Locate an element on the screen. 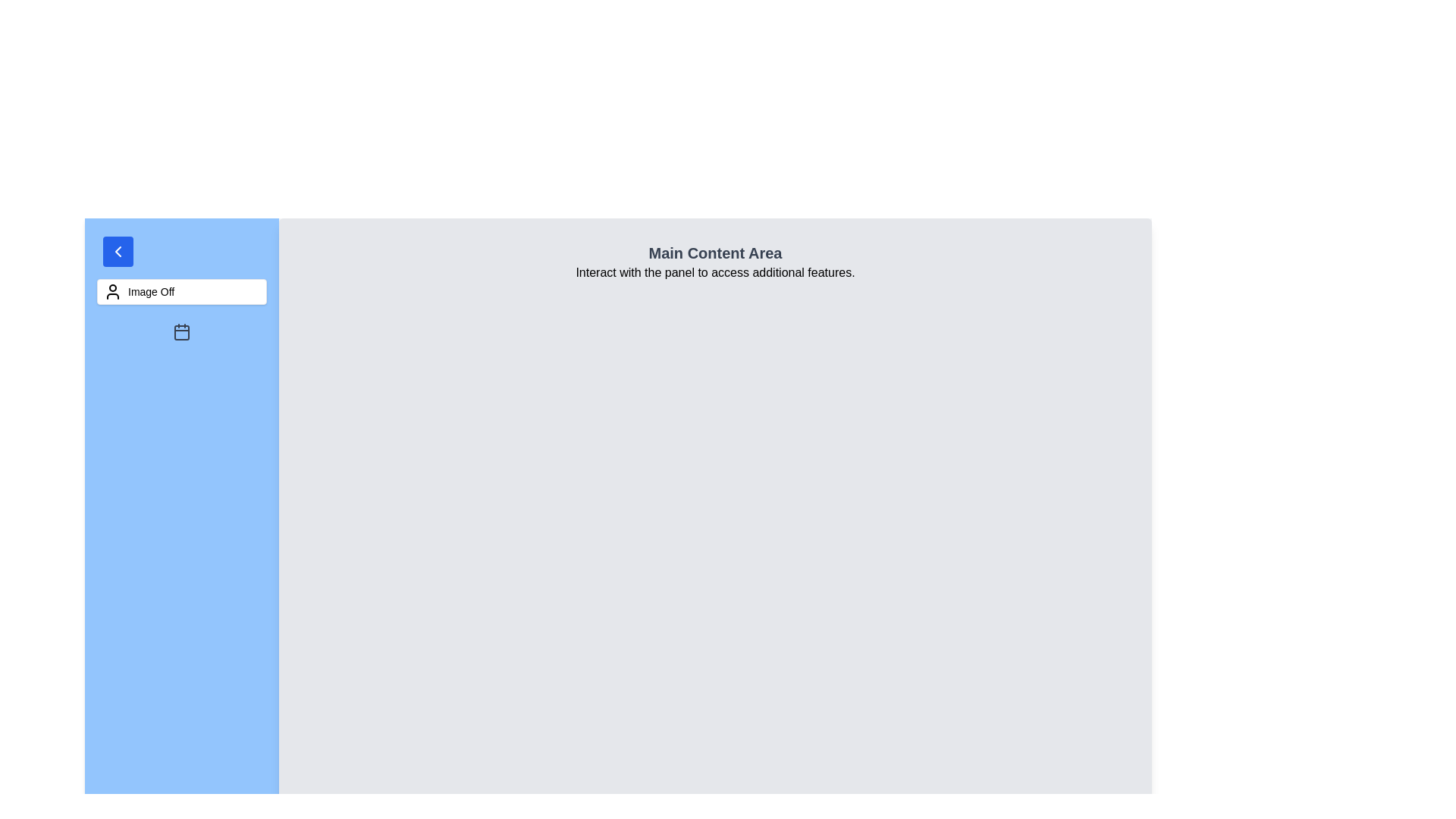 The width and height of the screenshot is (1456, 819). the calendar icon, which is a square outline with a double bar at the top and a grid-like division inside, located on the left vertical panel below the 'Image Off' label is located at coordinates (182, 331).